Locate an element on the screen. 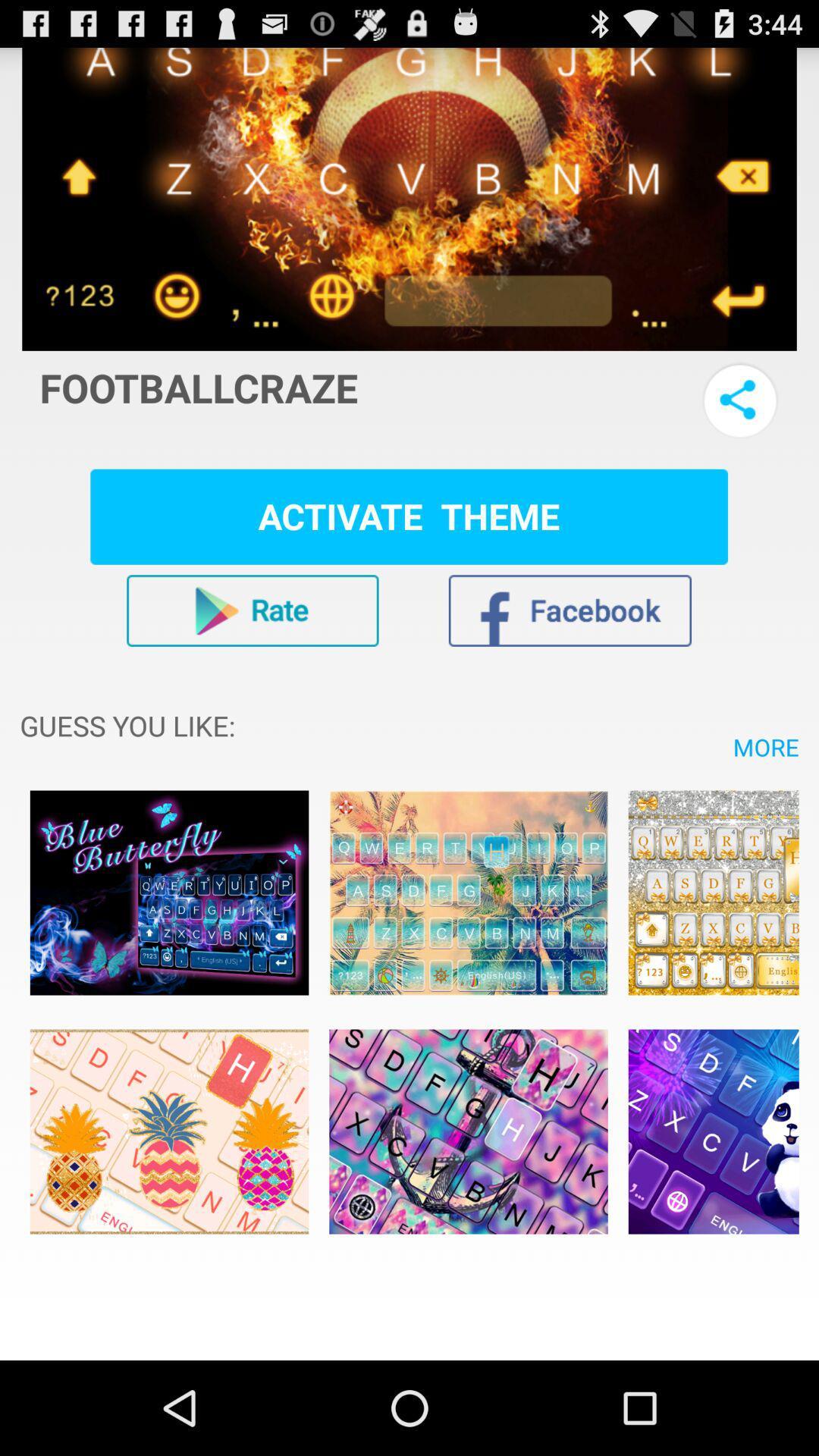  keyboard typing option is located at coordinates (714, 1131).